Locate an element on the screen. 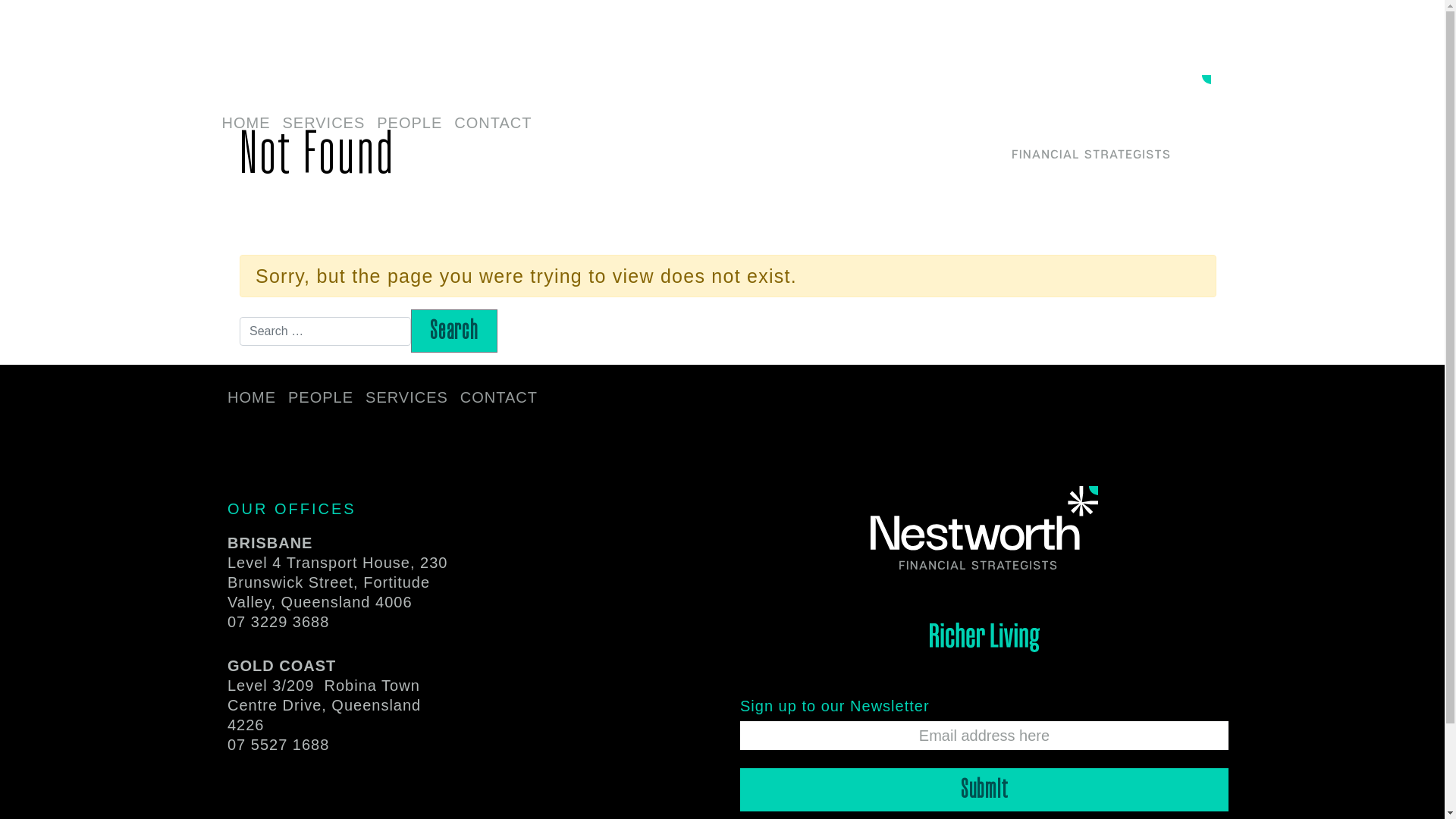 Image resolution: width=1456 pixels, height=819 pixels. 'HOME' is located at coordinates (214, 124).